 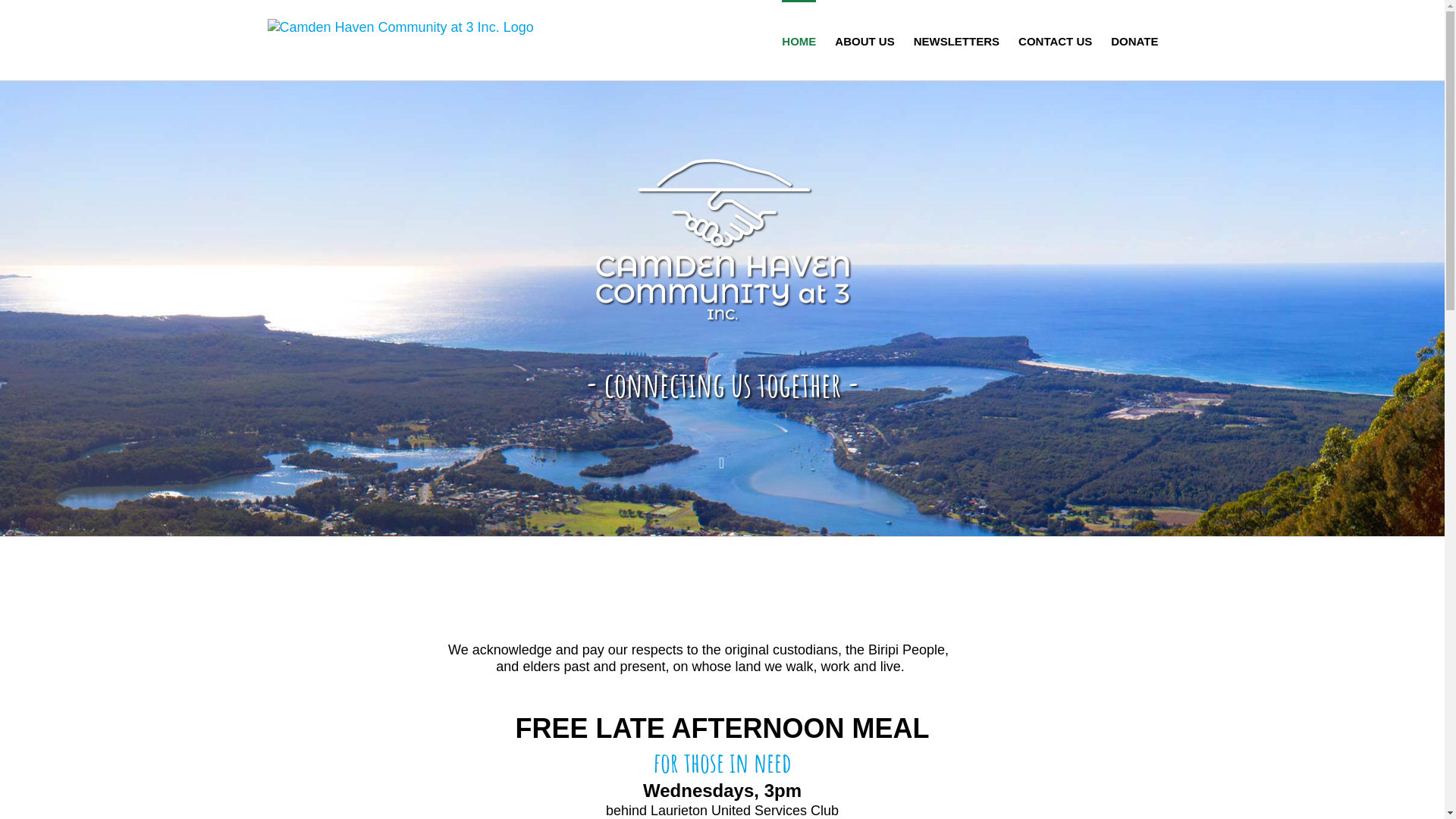 I want to click on 'CONTACT US', so click(x=1054, y=39).